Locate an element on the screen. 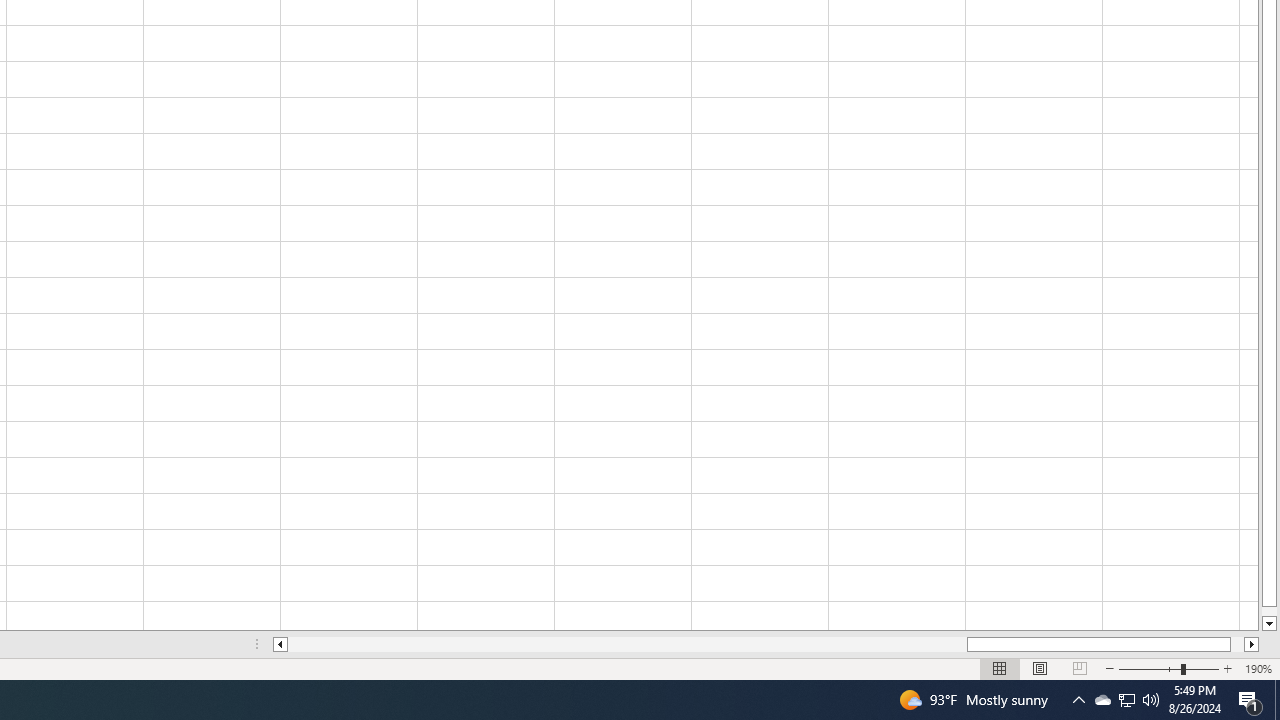 The height and width of the screenshot is (720, 1280). 'Normal' is located at coordinates (1000, 669).